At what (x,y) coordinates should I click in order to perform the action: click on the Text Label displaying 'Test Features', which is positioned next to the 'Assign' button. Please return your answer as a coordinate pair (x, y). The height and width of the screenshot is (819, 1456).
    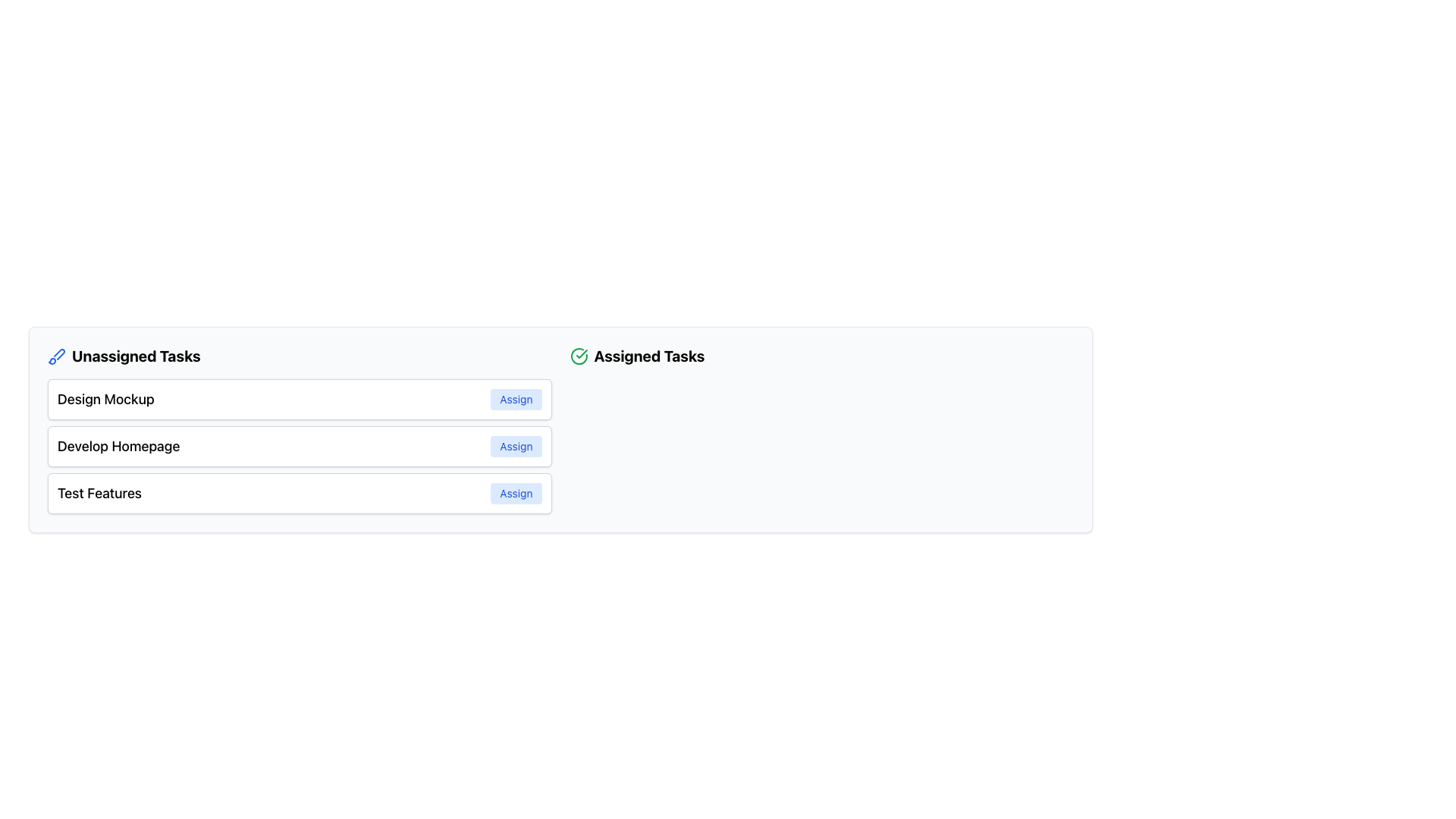
    Looking at the image, I should click on (99, 494).